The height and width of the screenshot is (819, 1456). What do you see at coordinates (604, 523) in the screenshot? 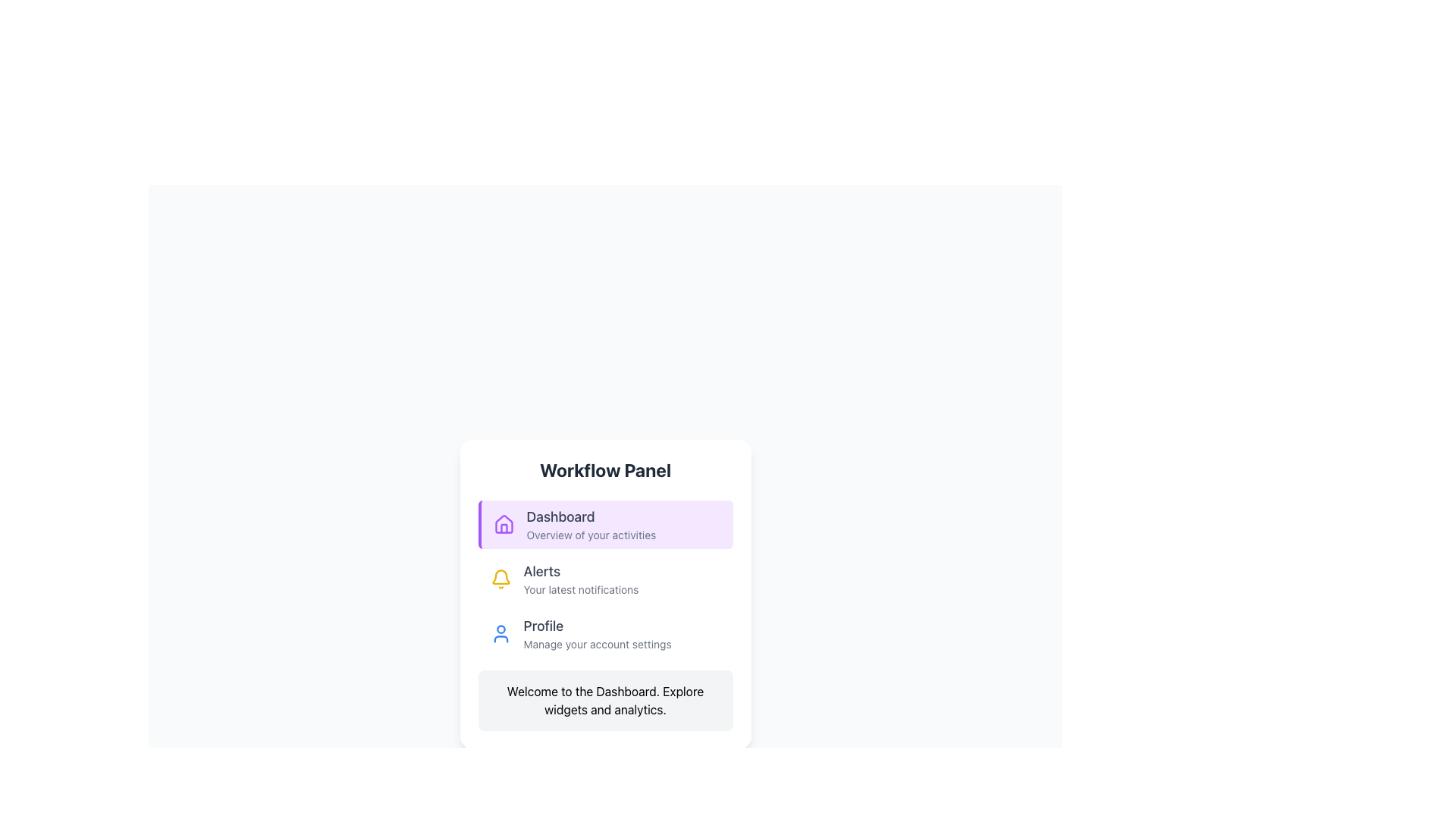
I see `the navigation button in the Workflow Panel that leads to the Dashboard section of the application` at bounding box center [604, 523].